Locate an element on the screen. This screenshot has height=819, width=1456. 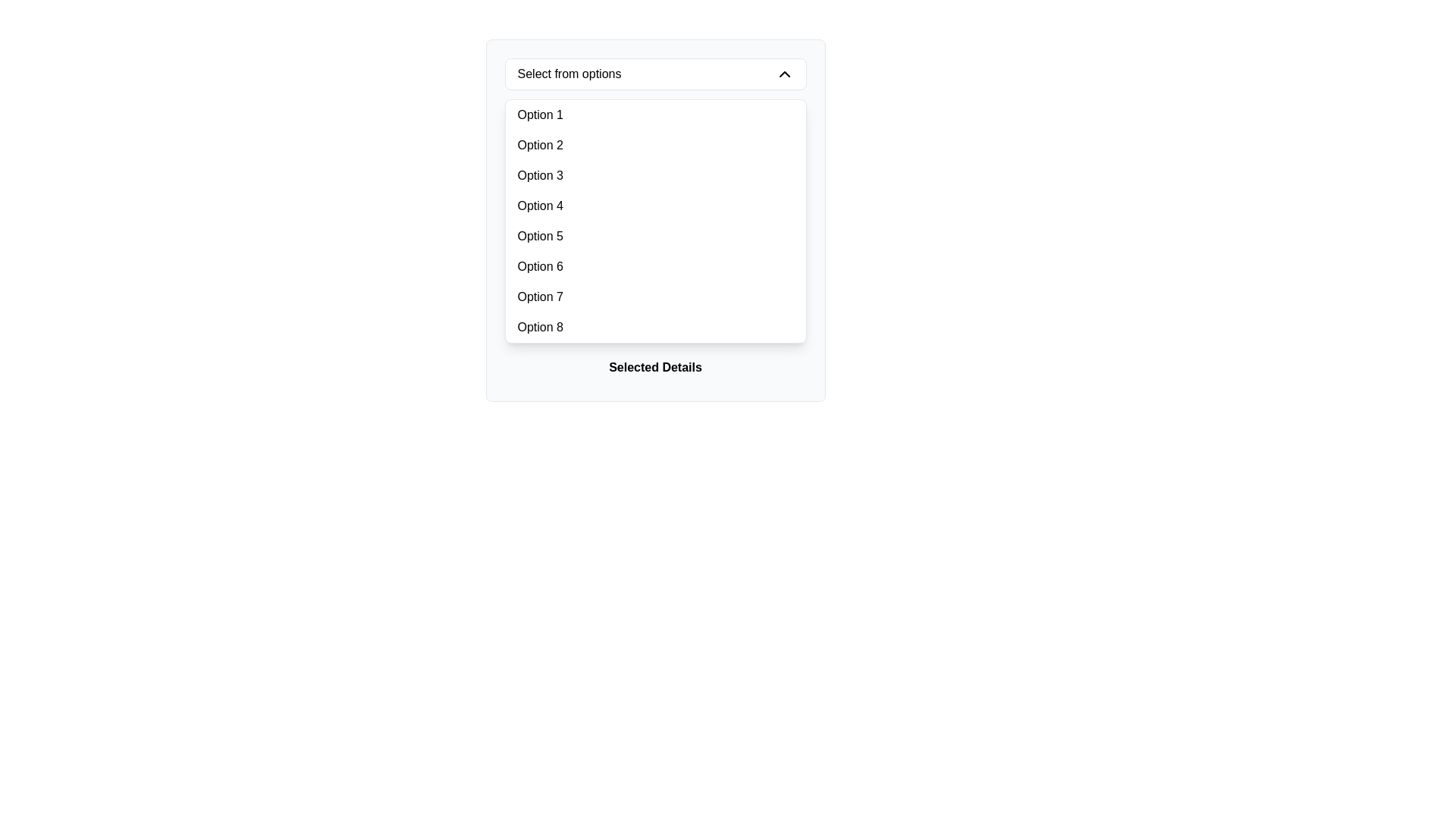
the first option in the dropdown menu is located at coordinates (655, 114).